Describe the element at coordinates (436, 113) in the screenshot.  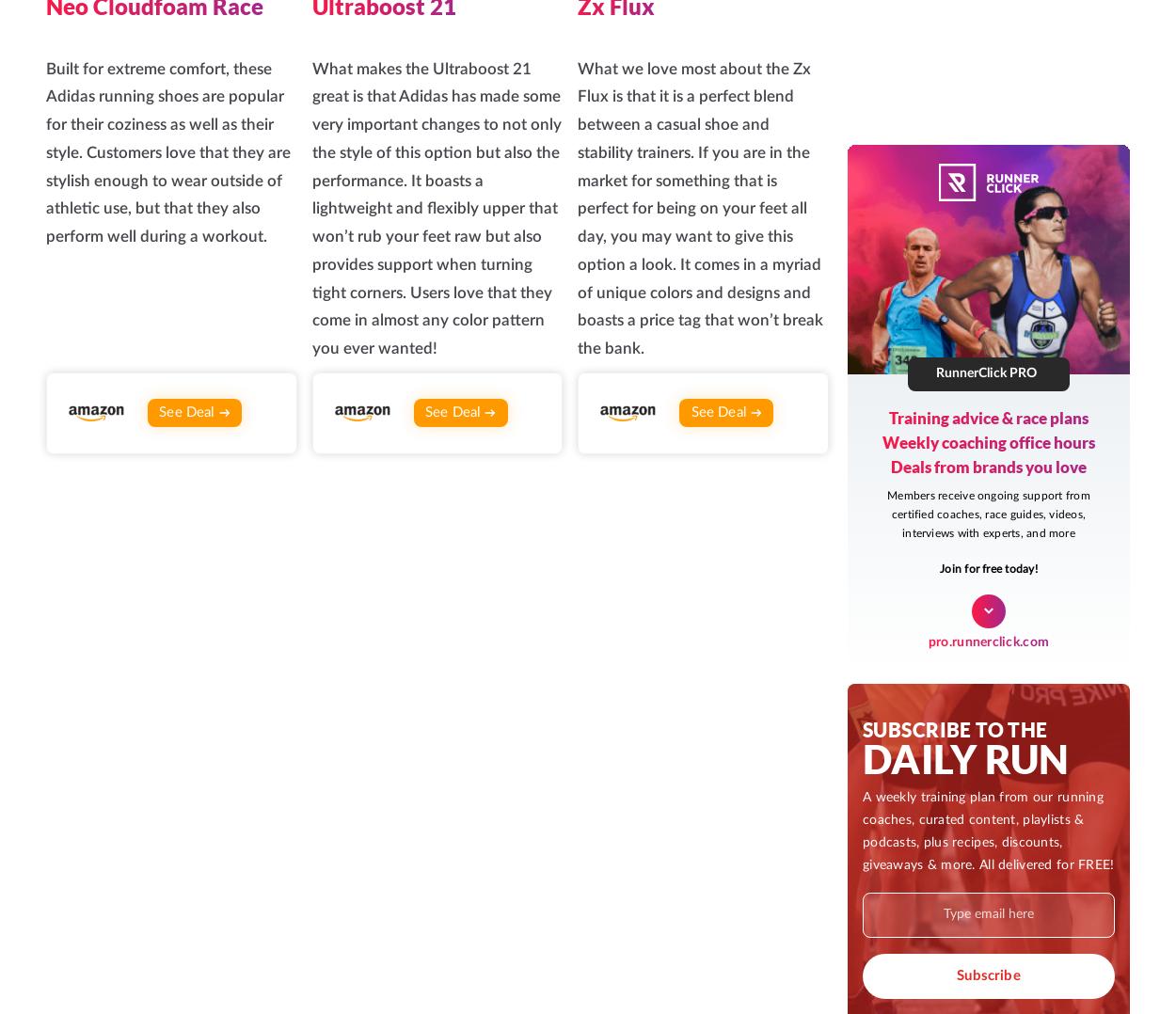
I see `'Join our private, growing community of passionate runners'` at that location.